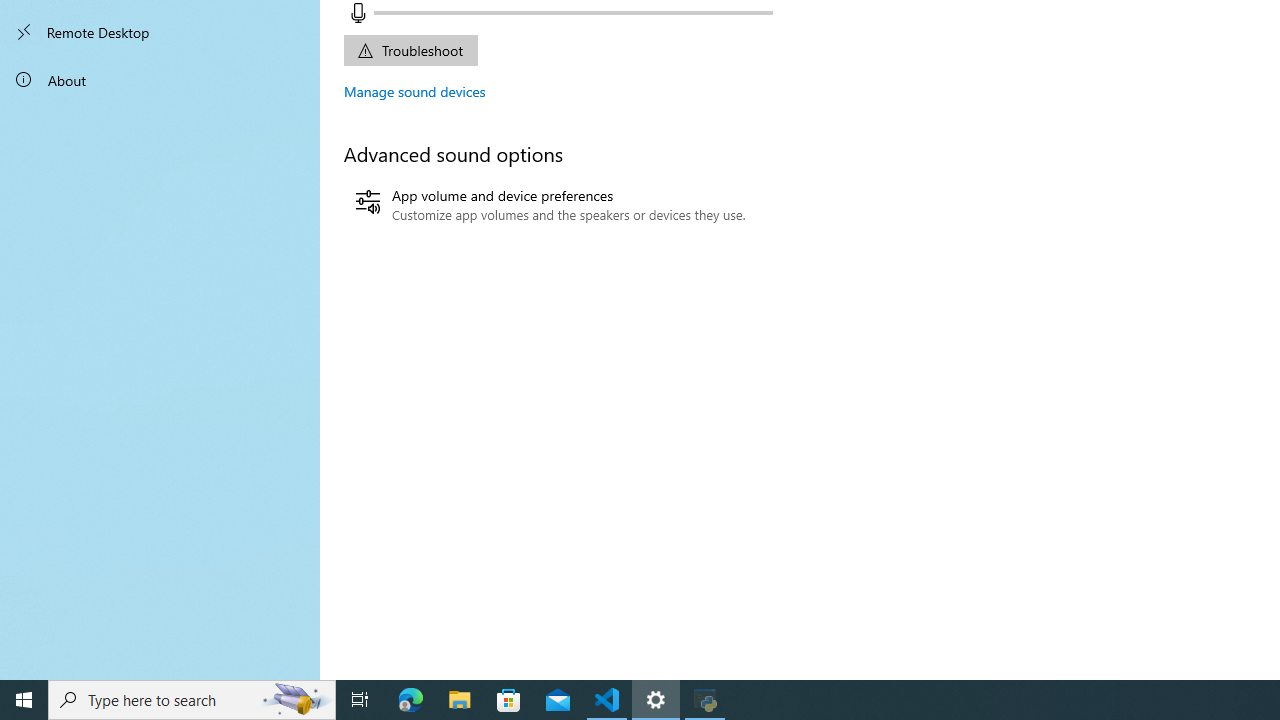 The image size is (1280, 720). What do you see at coordinates (551, 205) in the screenshot?
I see `'App volume and device preferences'` at bounding box center [551, 205].